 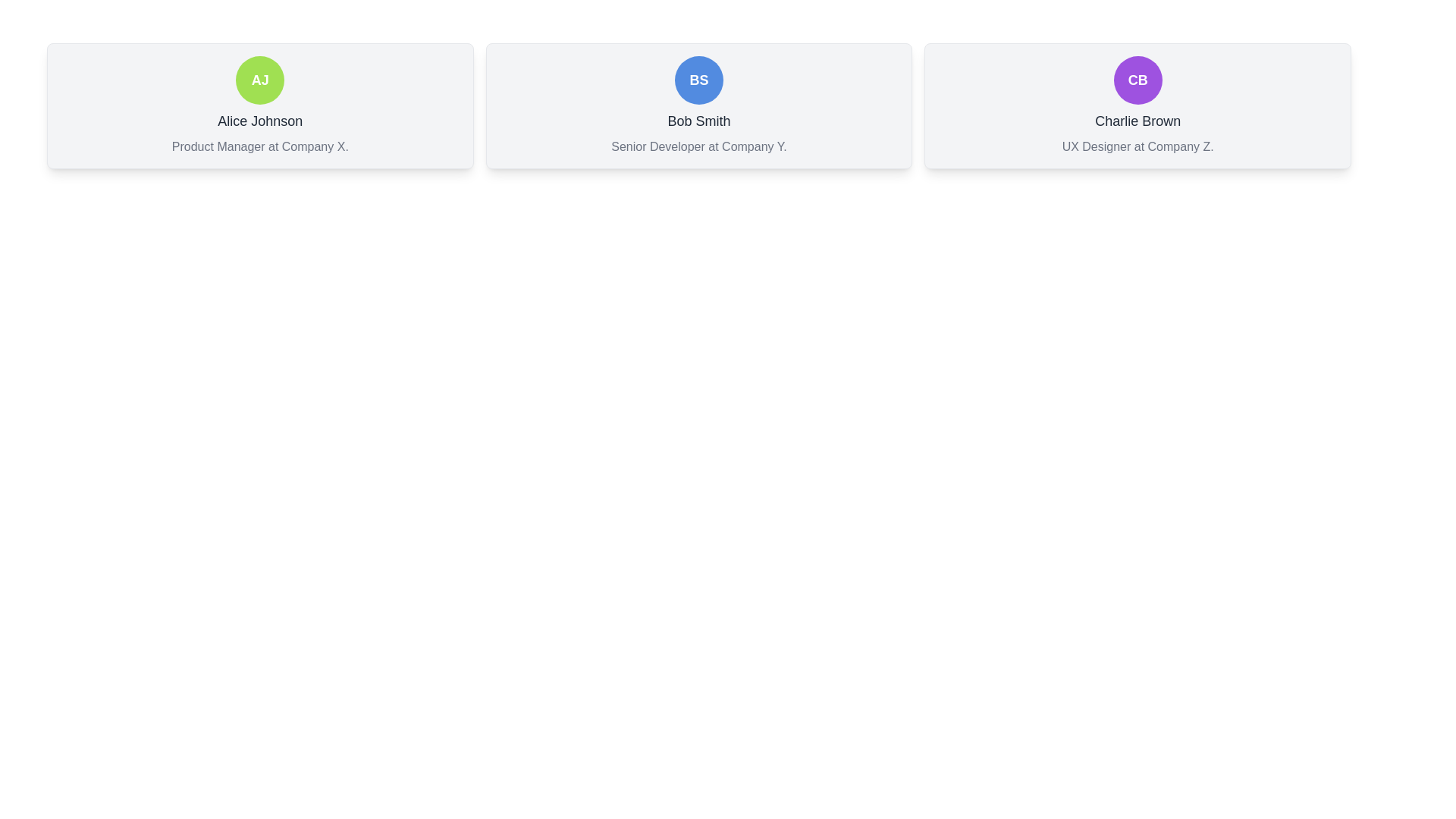 I want to click on the static text label displaying 'UX Designer at Company Z.' which is located directly underneath 'Charlie Brown' in the rightmost item of a grid layout, so click(x=1137, y=146).